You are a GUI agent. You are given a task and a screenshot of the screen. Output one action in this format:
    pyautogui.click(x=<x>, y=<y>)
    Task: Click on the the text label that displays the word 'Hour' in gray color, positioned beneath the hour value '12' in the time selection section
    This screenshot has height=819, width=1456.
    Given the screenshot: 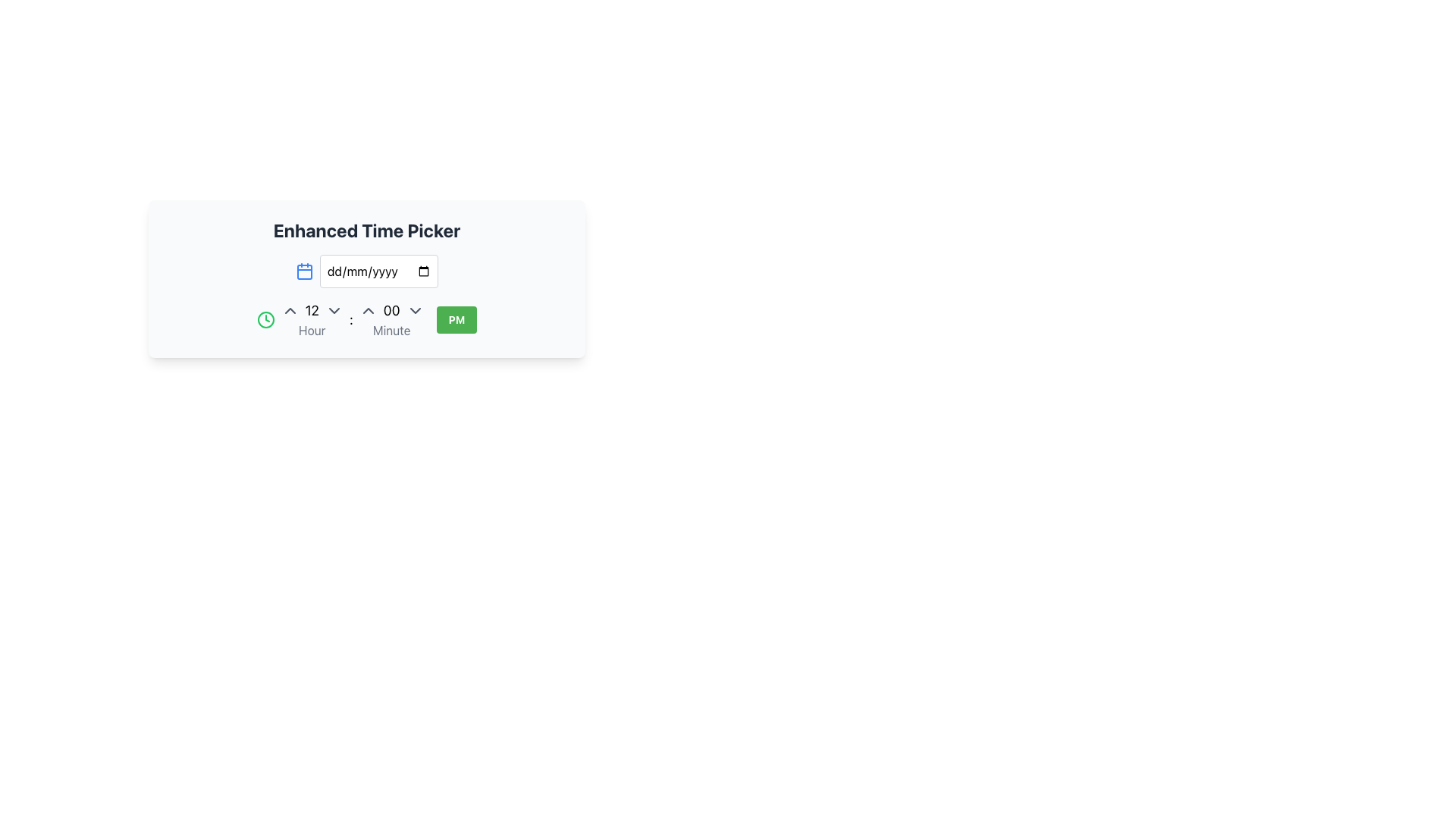 What is the action you would take?
    pyautogui.click(x=311, y=329)
    